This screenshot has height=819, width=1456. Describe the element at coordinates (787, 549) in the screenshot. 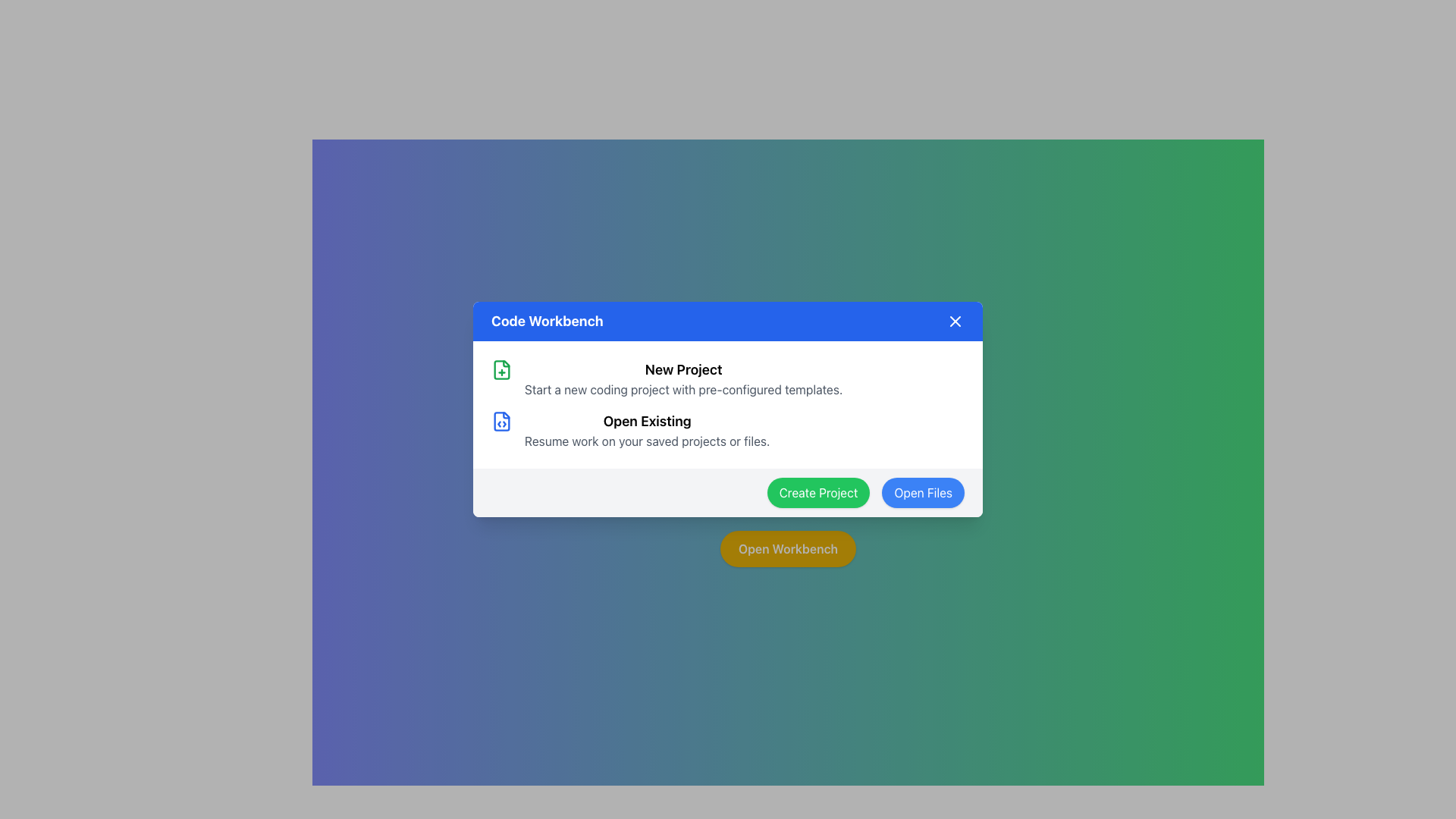

I see `the button located in the modal interface that navigates users to the workbench, positioned beneath the options for 'New Project' and 'Open Existing'` at that location.